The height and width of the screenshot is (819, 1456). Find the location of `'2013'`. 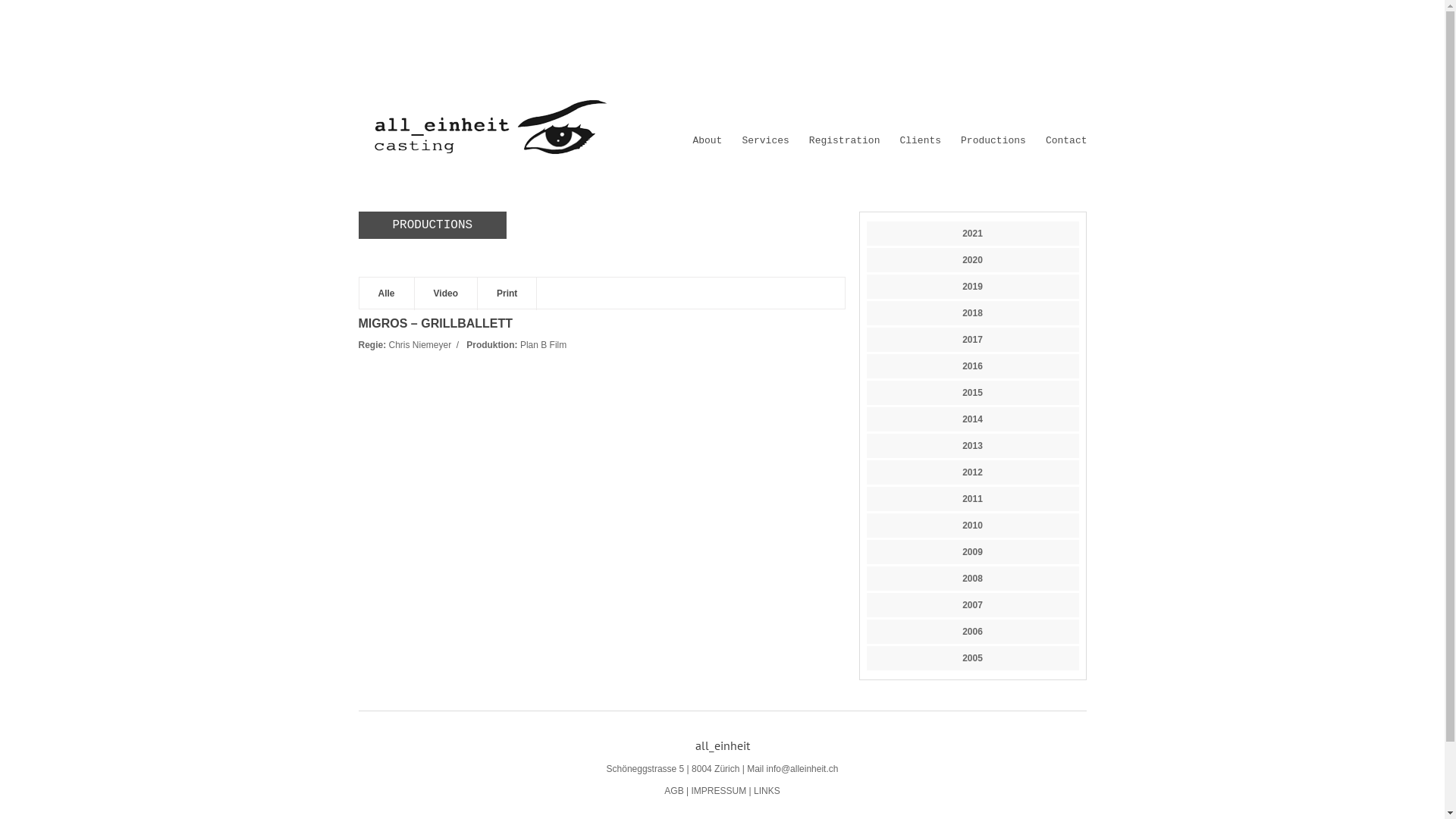

'2013' is located at coordinates (972, 444).